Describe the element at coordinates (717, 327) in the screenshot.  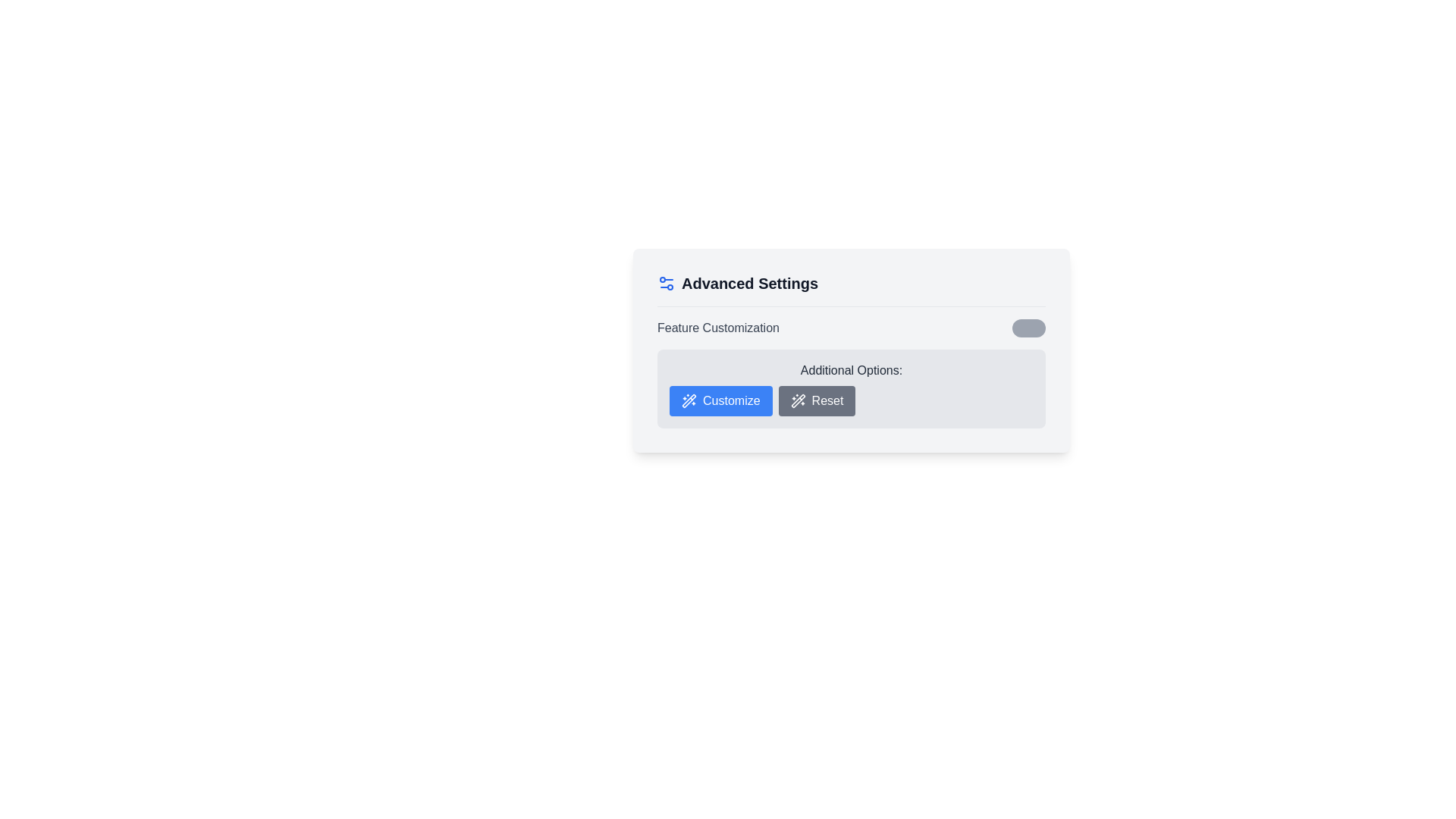
I see `the static text label 'Feature Customization', which provides descriptive information about the feature or section of the interface` at that location.